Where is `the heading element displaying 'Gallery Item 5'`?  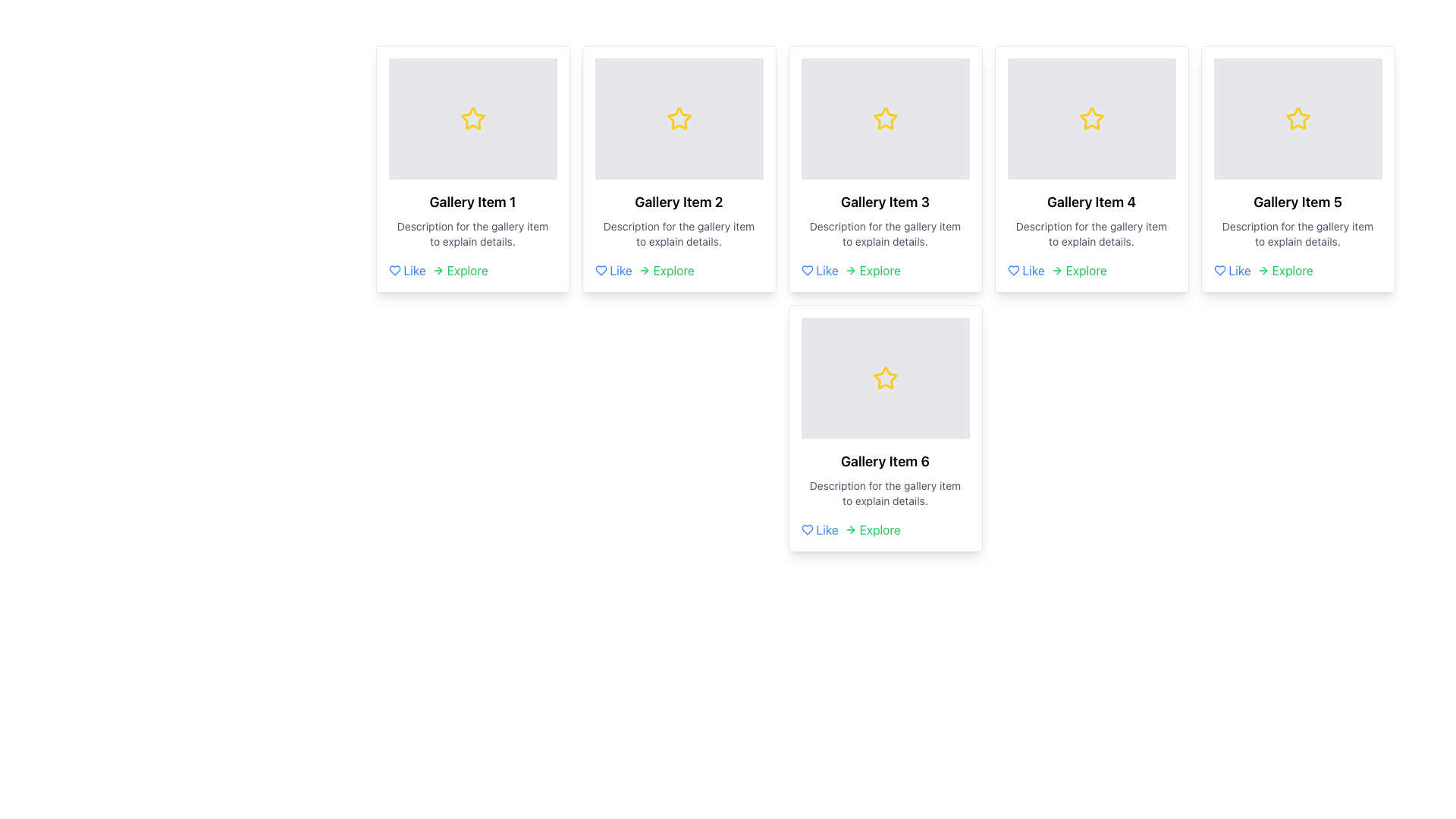
the heading element displaying 'Gallery Item 5' is located at coordinates (1297, 201).